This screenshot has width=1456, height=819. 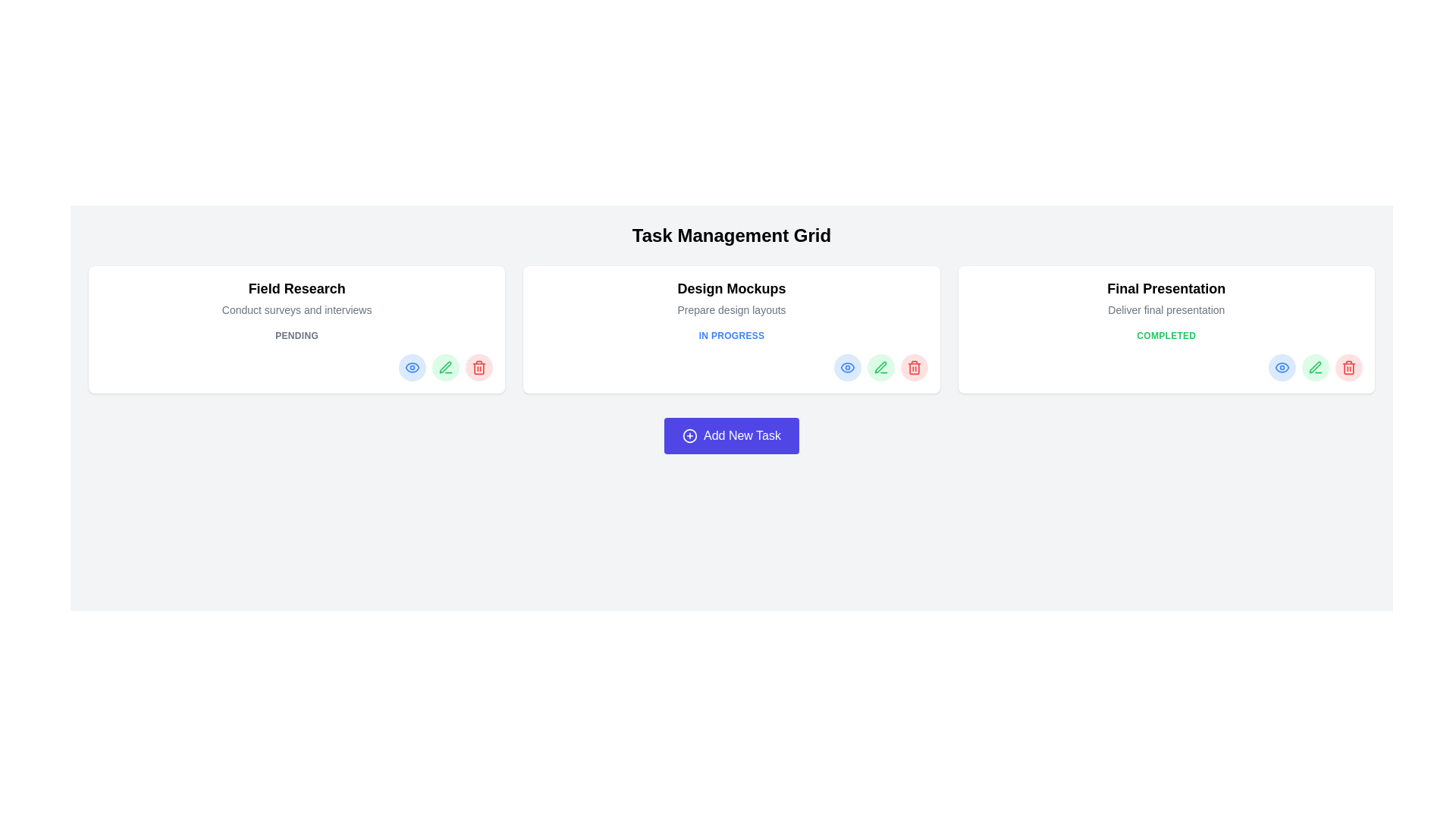 What do you see at coordinates (731, 289) in the screenshot?
I see `the text label 'Design Mockups', which is styled in bold and large font, located at the top of the second card in the grid layout` at bounding box center [731, 289].